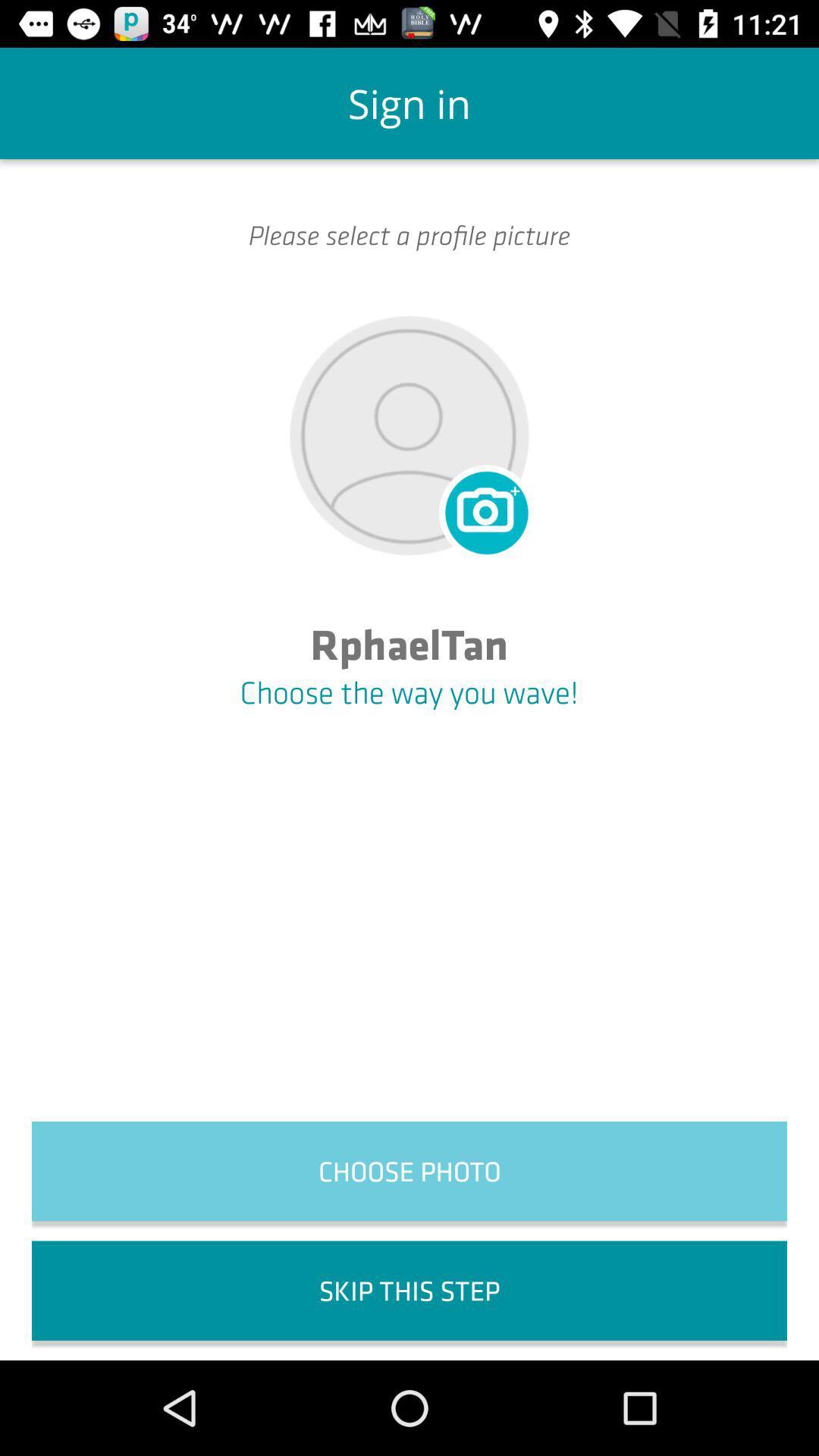 Image resolution: width=819 pixels, height=1456 pixels. Describe the element at coordinates (409, 1170) in the screenshot. I see `the choose photo item` at that location.